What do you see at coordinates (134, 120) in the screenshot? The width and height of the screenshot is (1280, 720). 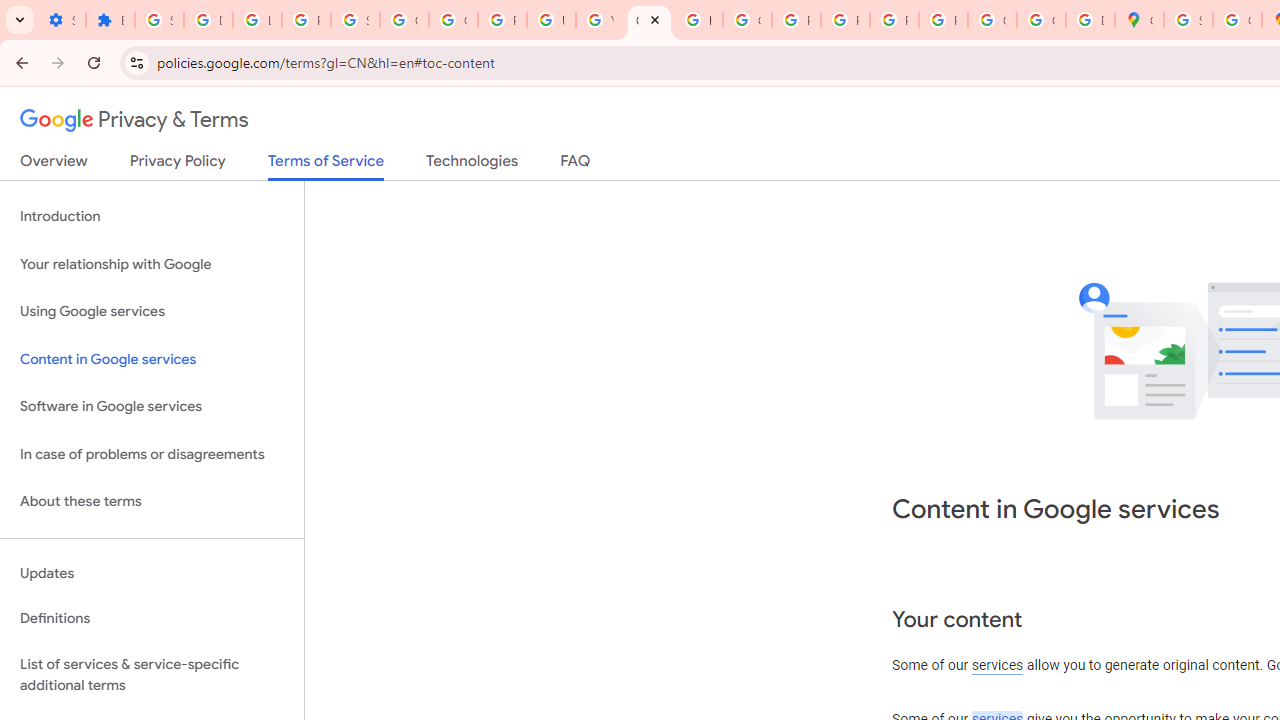 I see `'Privacy & Terms'` at bounding box center [134, 120].